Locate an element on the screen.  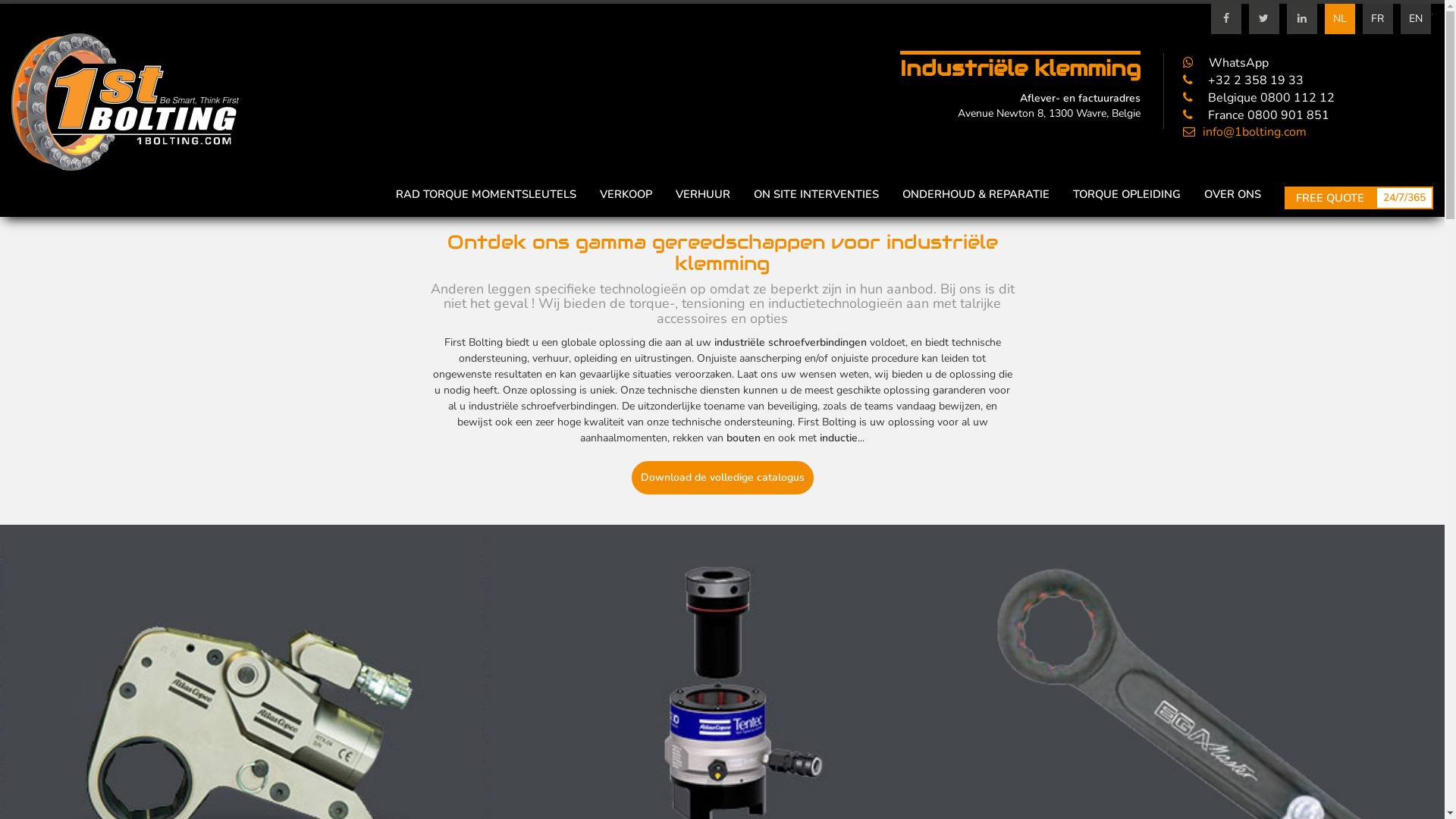
'NL' is located at coordinates (1339, 18).